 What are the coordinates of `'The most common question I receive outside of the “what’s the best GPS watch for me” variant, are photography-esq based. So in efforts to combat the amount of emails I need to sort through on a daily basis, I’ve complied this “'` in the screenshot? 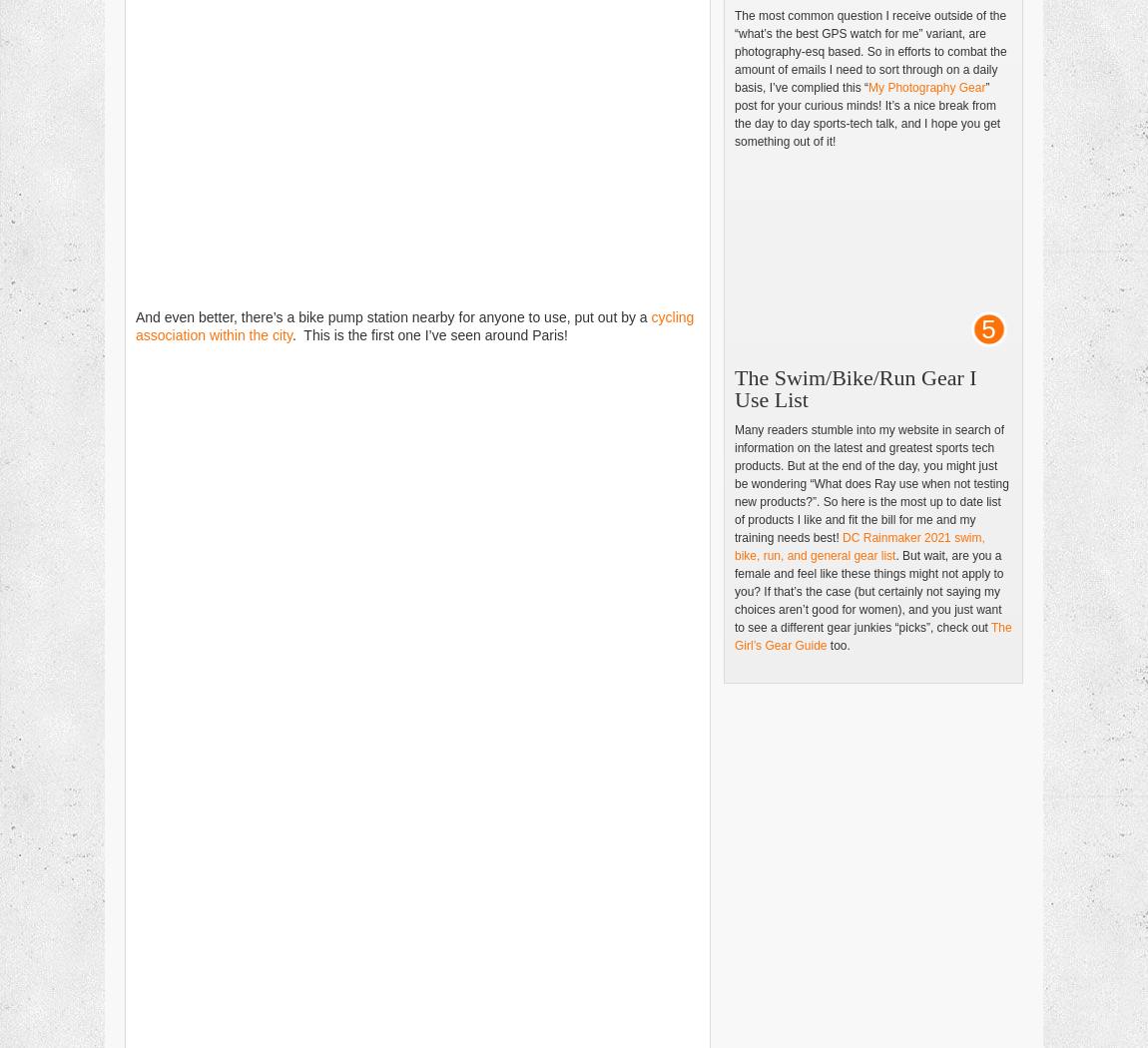 It's located at (734, 50).